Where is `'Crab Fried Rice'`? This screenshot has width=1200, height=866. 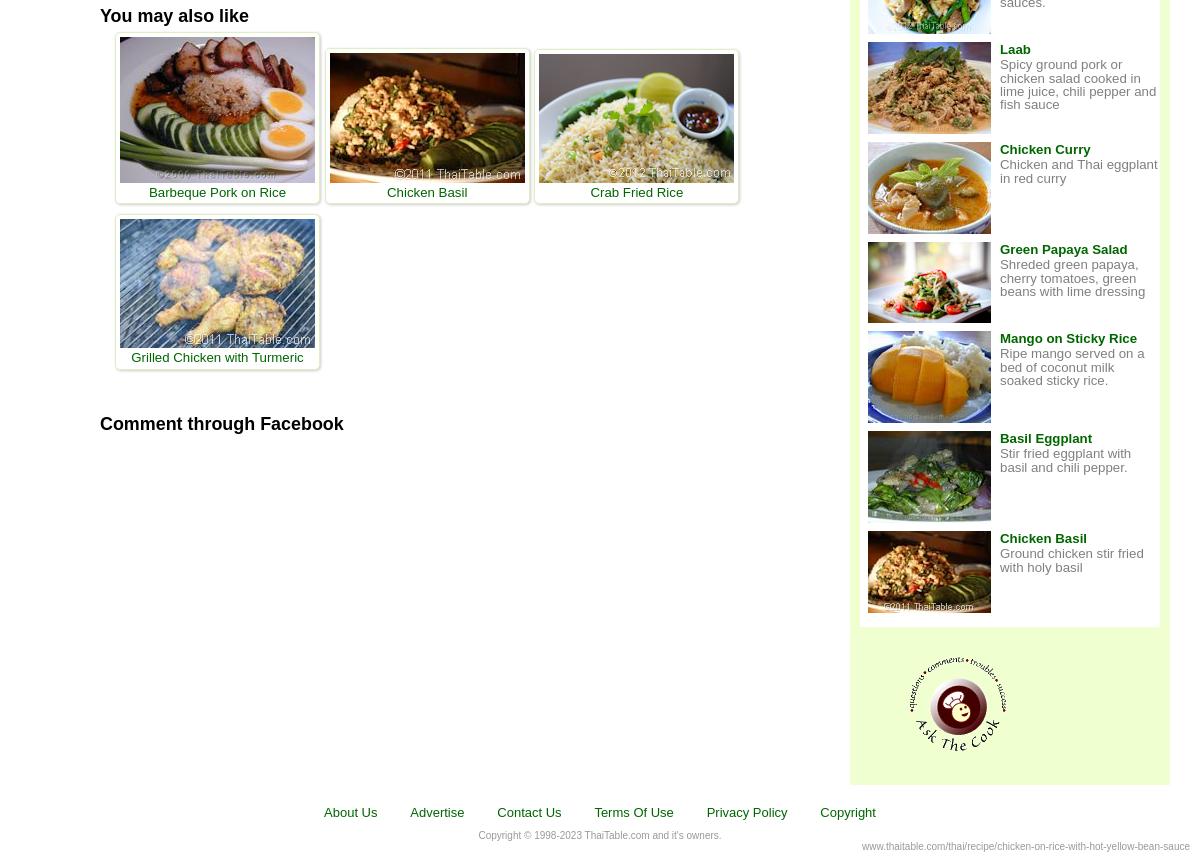
'Crab Fried Rice' is located at coordinates (636, 191).